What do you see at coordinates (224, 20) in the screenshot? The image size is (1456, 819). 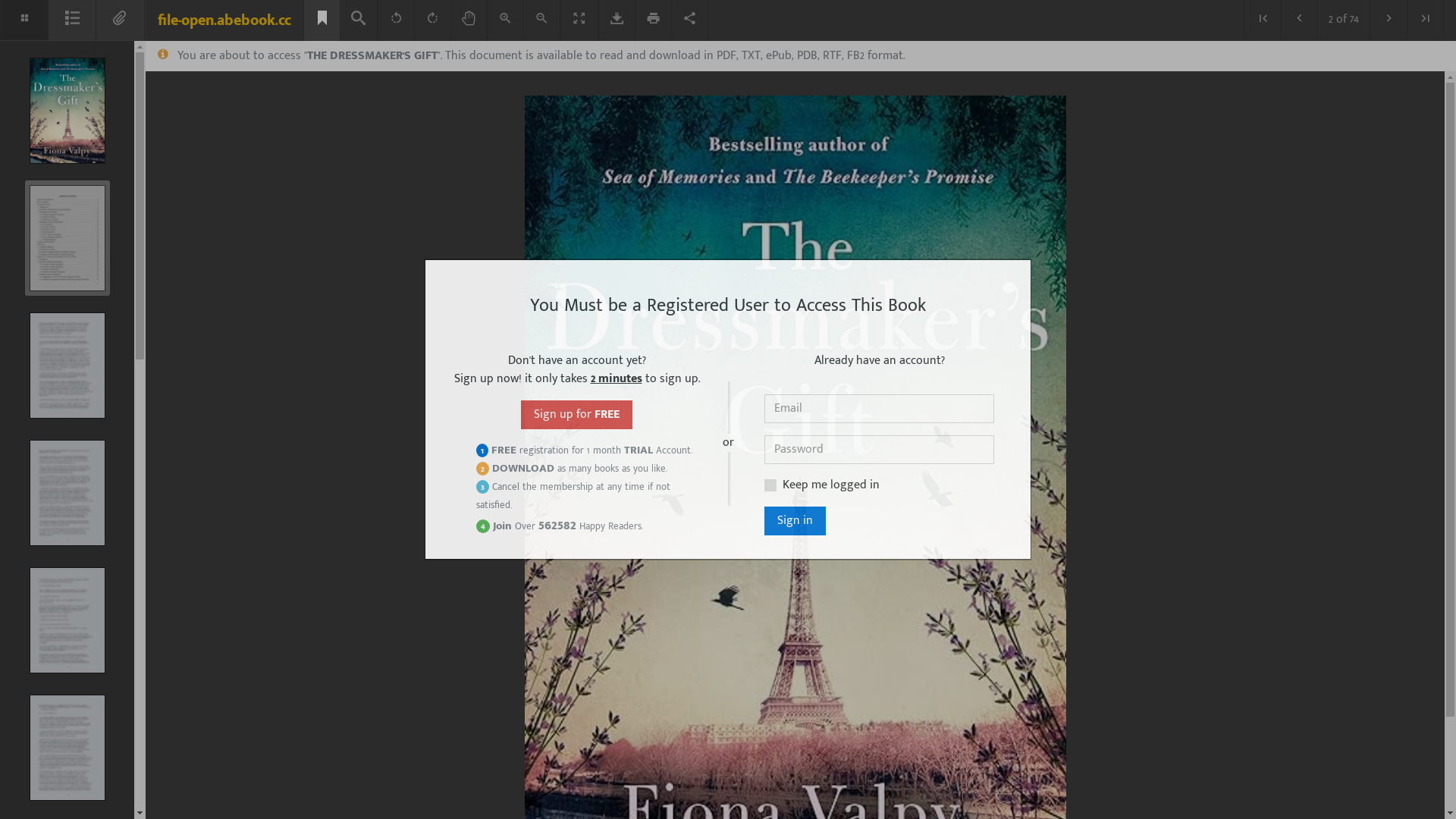 I see `'file-open.abebook.cc'` at bounding box center [224, 20].